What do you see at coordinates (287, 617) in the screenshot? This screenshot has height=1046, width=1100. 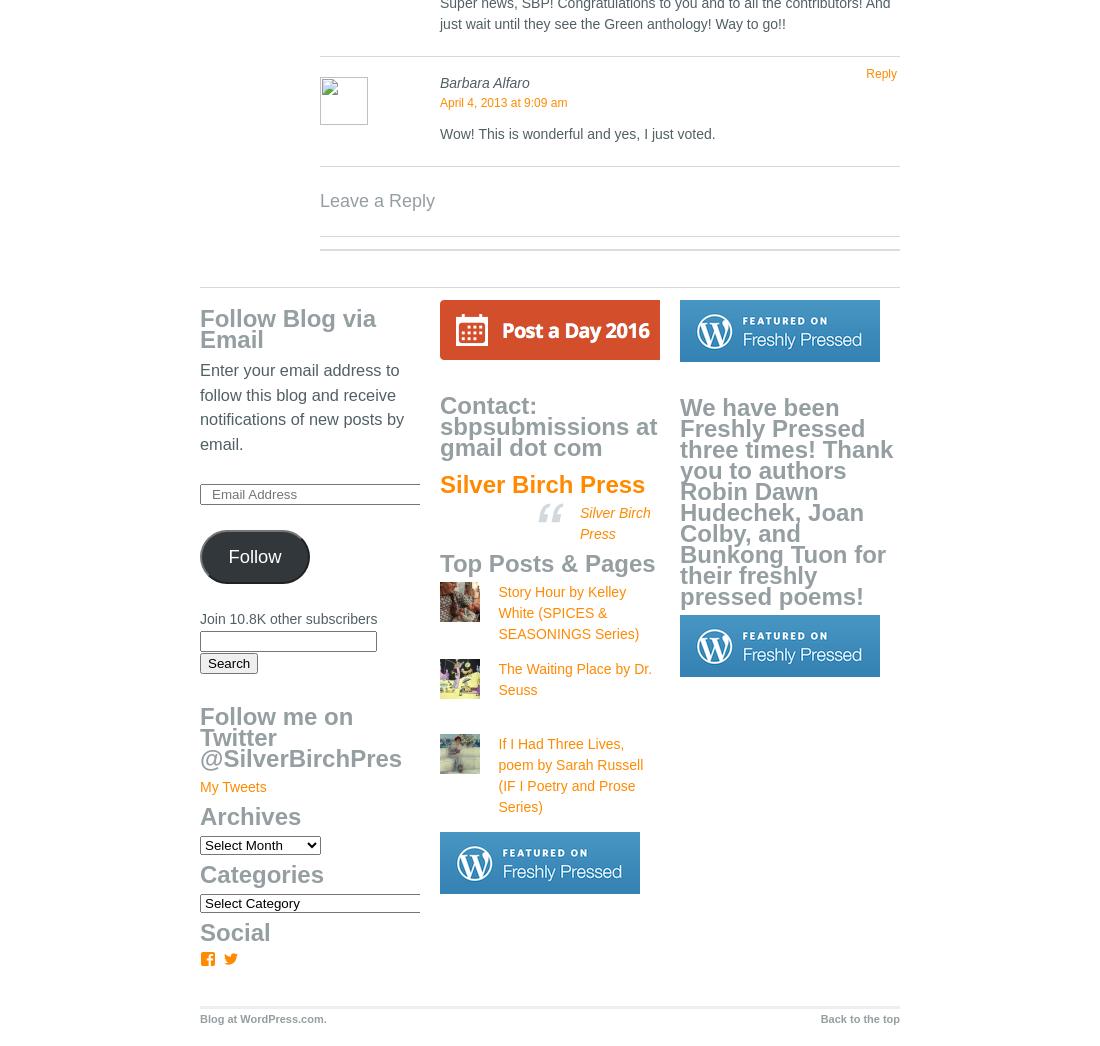 I see `'Join 10.8K other subscribers'` at bounding box center [287, 617].